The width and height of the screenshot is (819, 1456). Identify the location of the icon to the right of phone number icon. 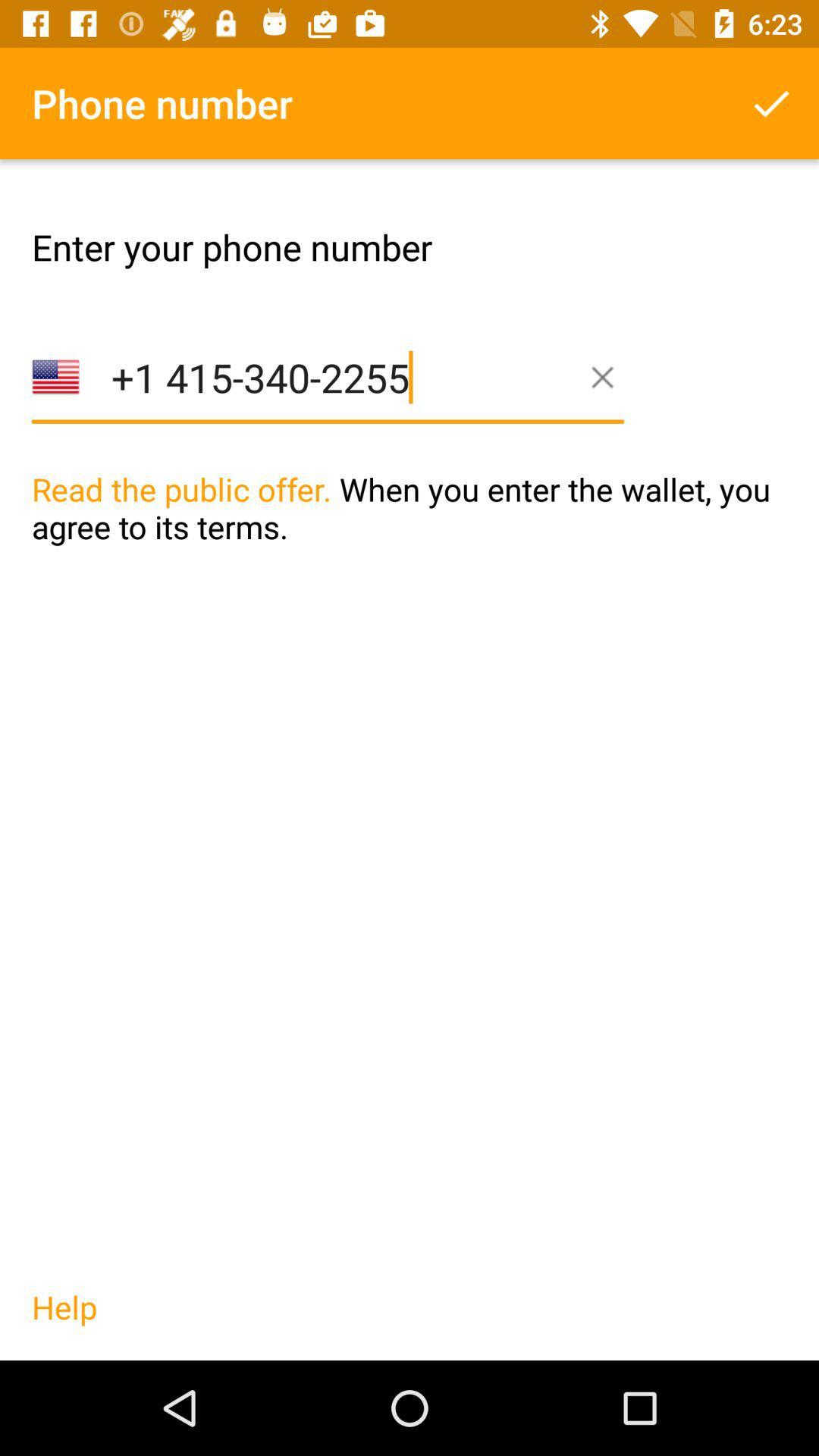
(771, 102).